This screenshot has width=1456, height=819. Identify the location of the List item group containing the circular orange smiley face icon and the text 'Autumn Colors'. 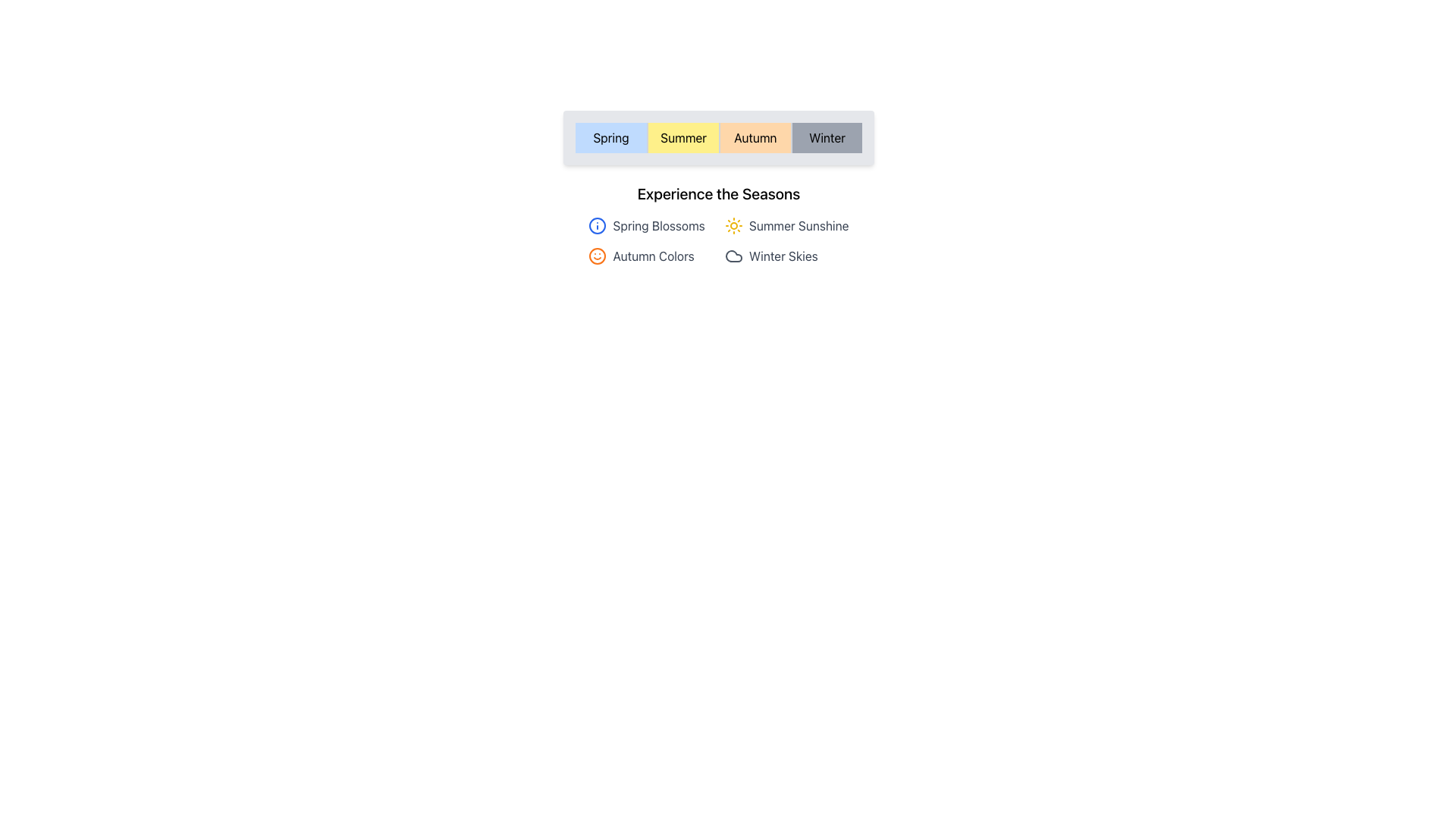
(651, 256).